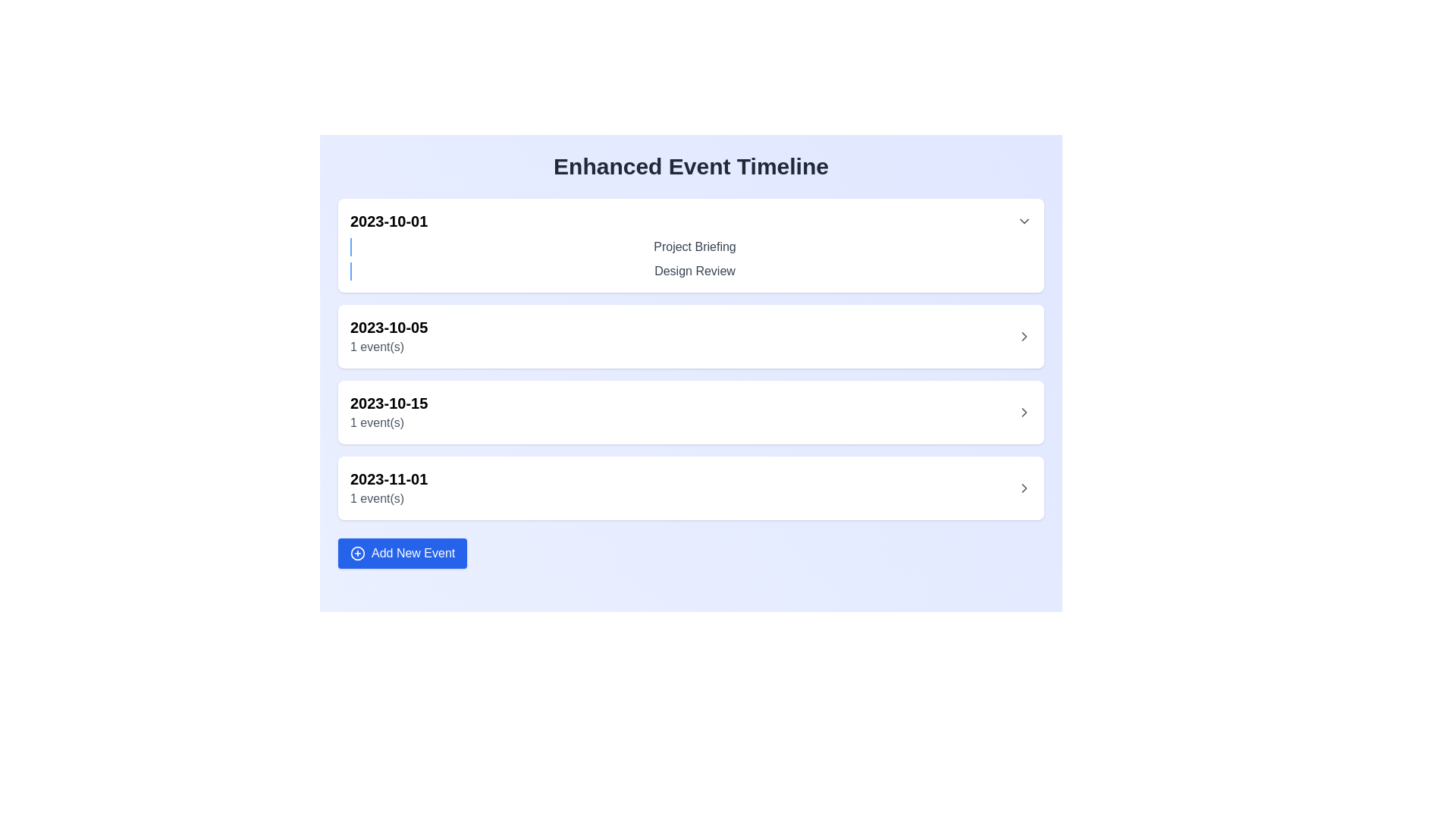  Describe the element at coordinates (1024, 412) in the screenshot. I see `the chevron icon that indicates the timeline entry for '2023-10-15', located on the far right of the entry` at that location.